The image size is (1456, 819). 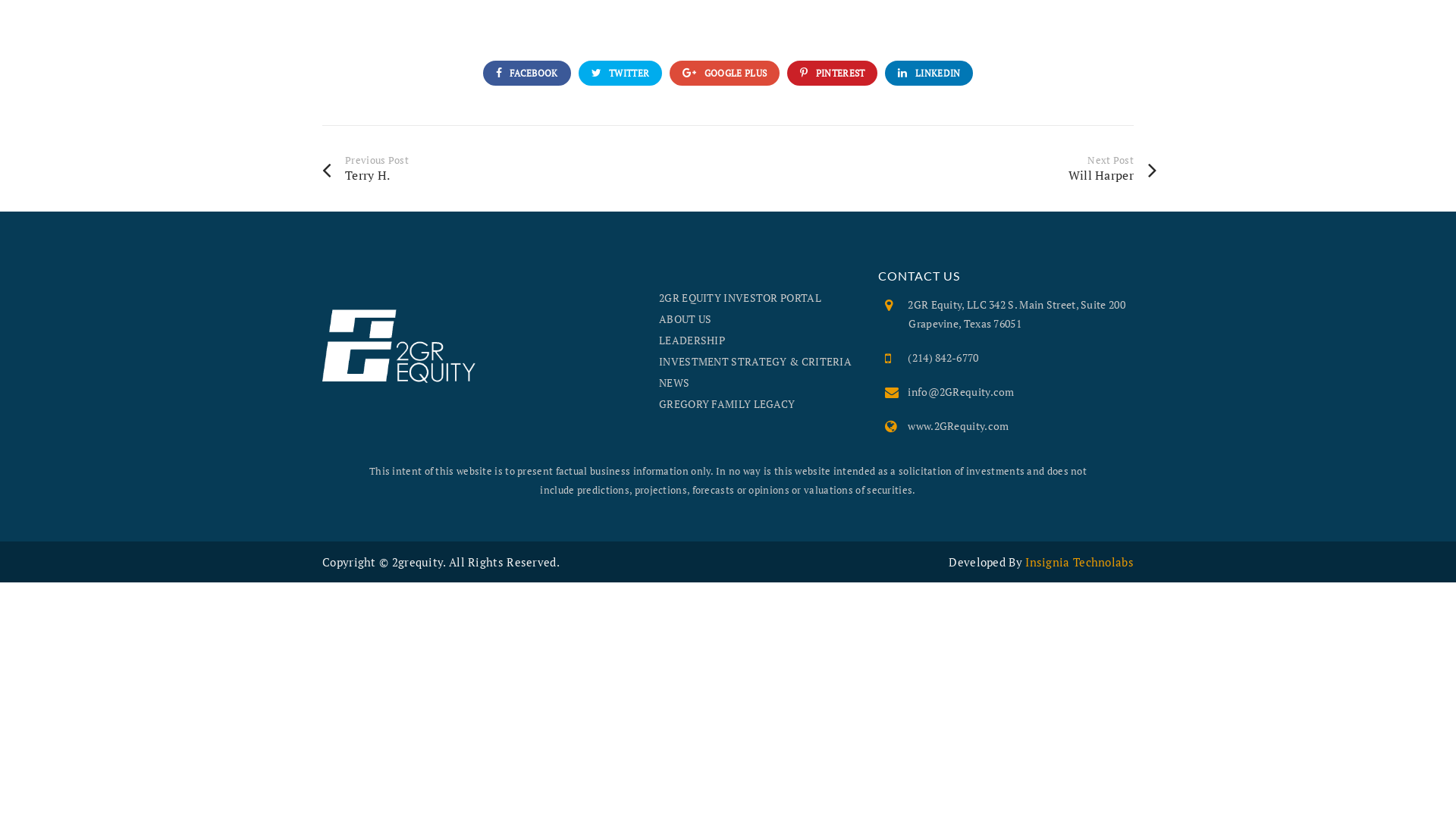 I want to click on 'ABOUT US', so click(x=684, y=318).